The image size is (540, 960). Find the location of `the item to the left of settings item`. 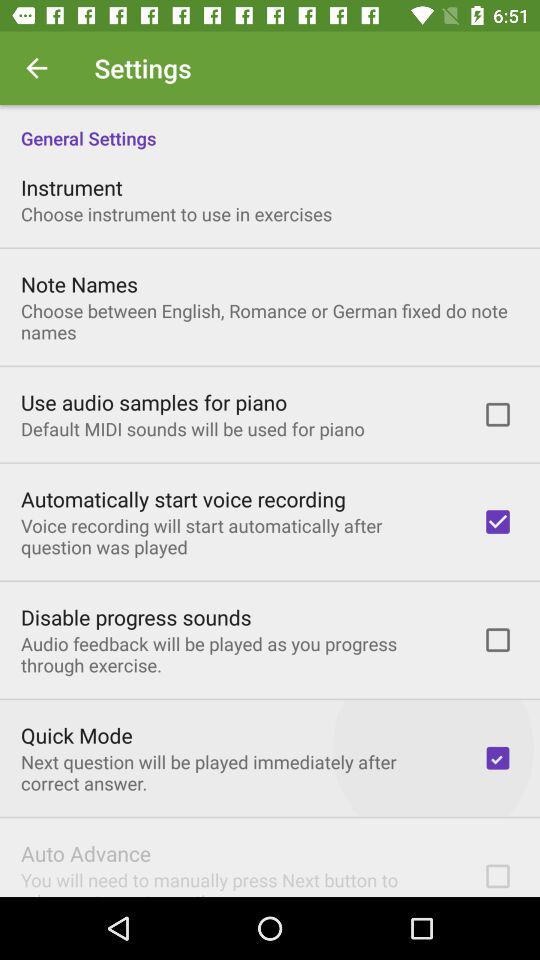

the item to the left of settings item is located at coordinates (36, 68).